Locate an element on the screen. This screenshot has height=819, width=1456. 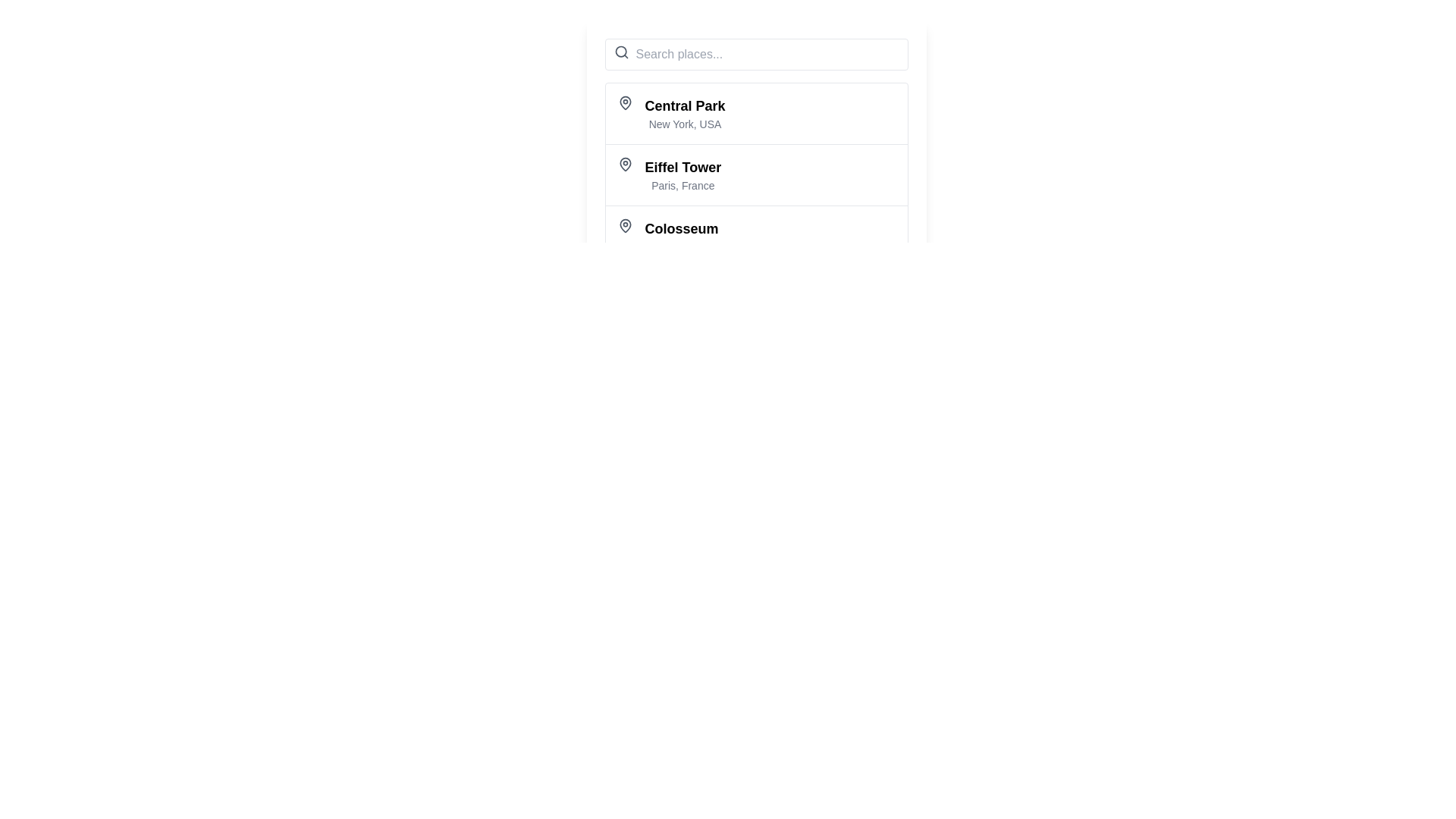
the text display area showing 'ColosseumRome, Italy' is located at coordinates (680, 237).